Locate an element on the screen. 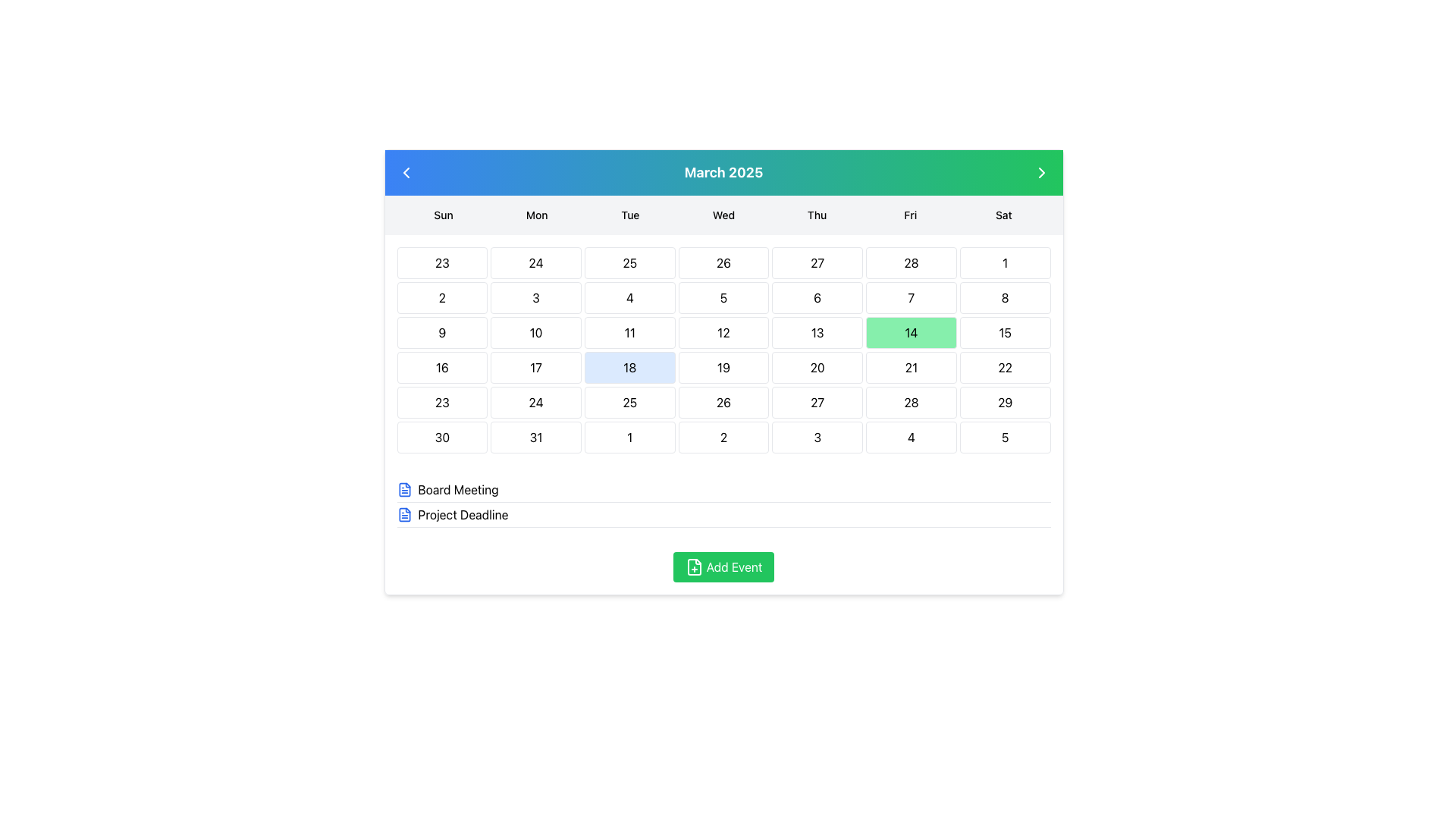 Image resolution: width=1456 pixels, height=819 pixels. the Calendar Date Button displaying the number '10' is located at coordinates (536, 332).